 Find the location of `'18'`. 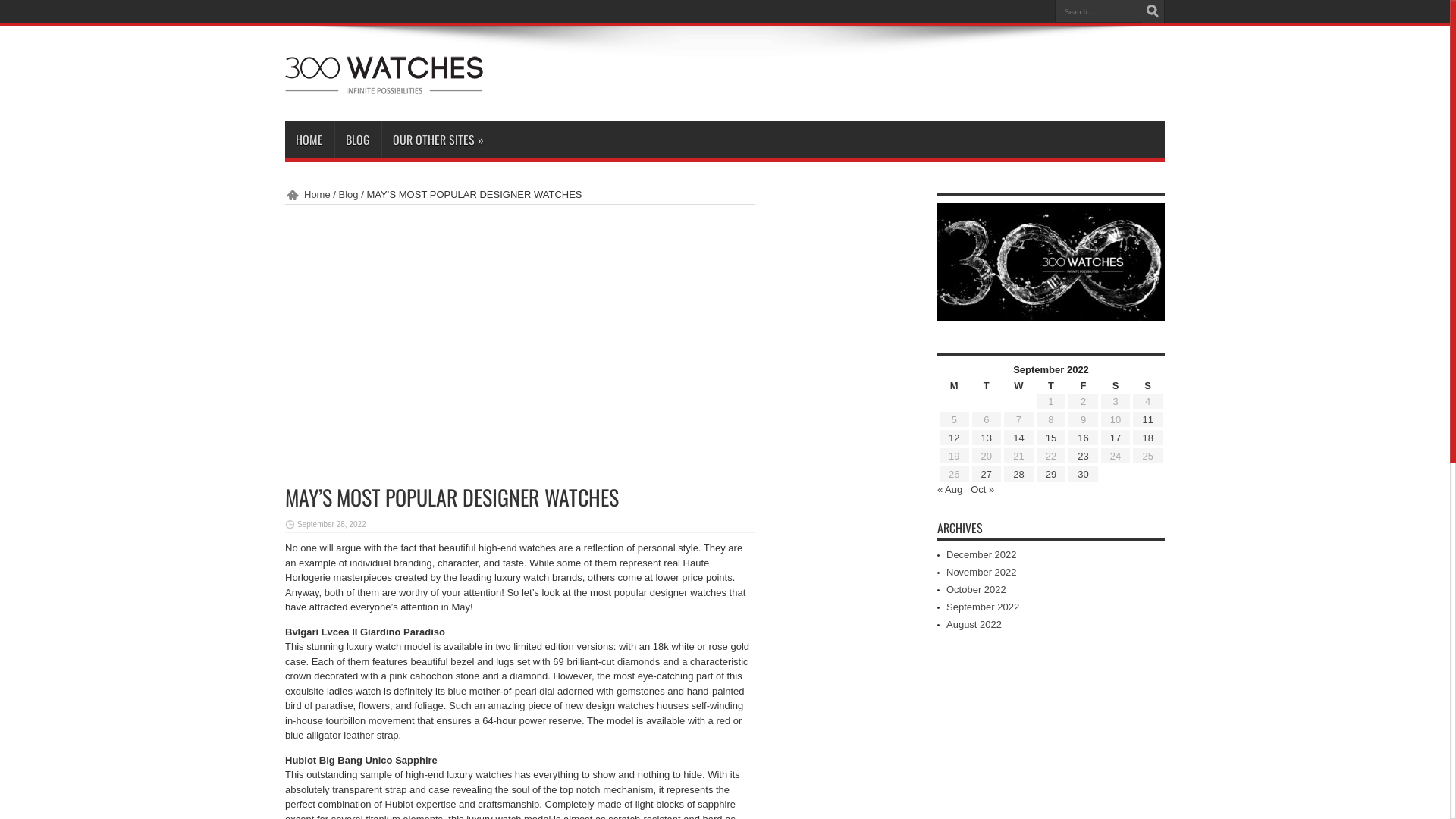

'18' is located at coordinates (1147, 438).